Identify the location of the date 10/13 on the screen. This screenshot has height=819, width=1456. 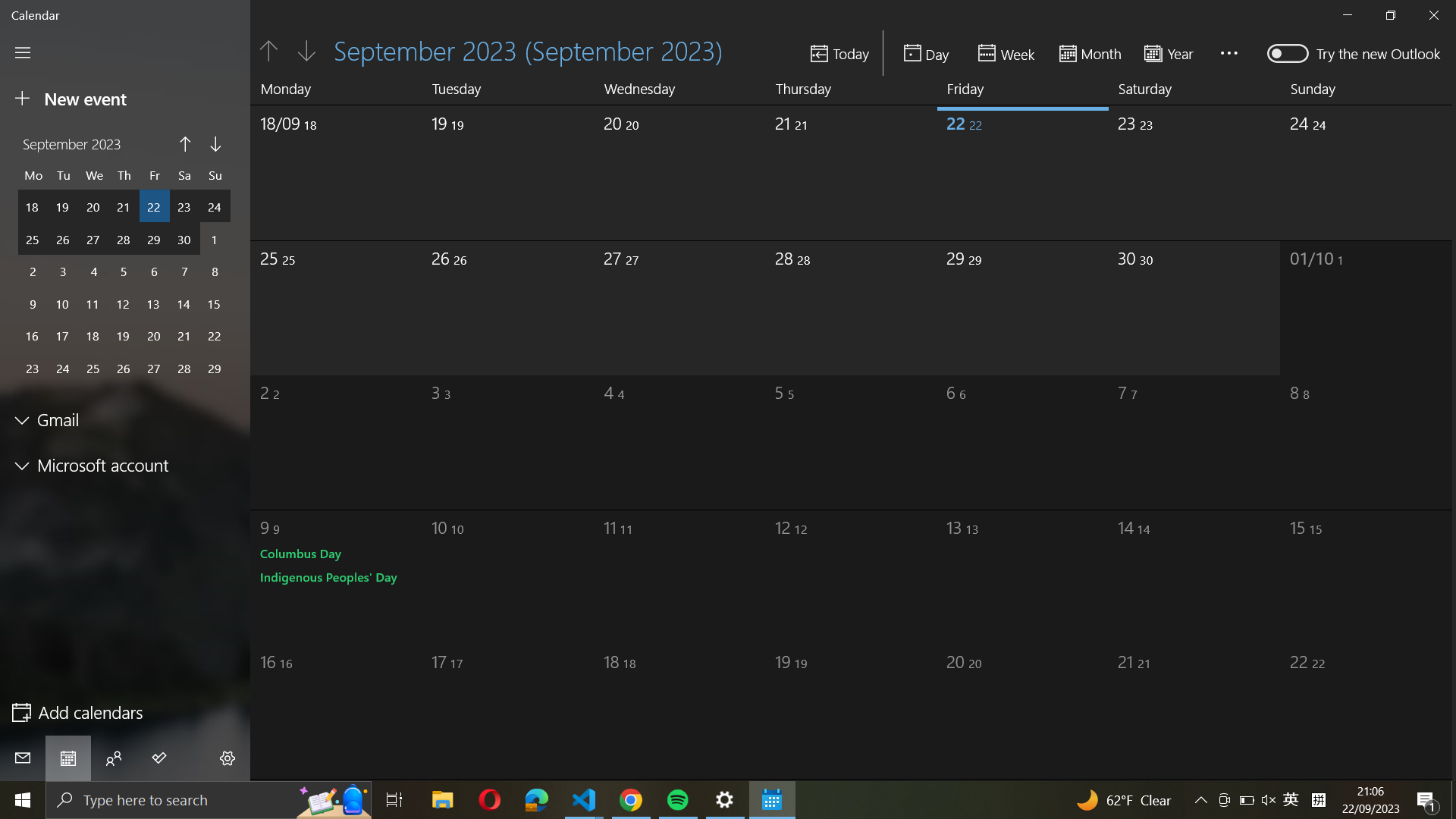
(1001, 571).